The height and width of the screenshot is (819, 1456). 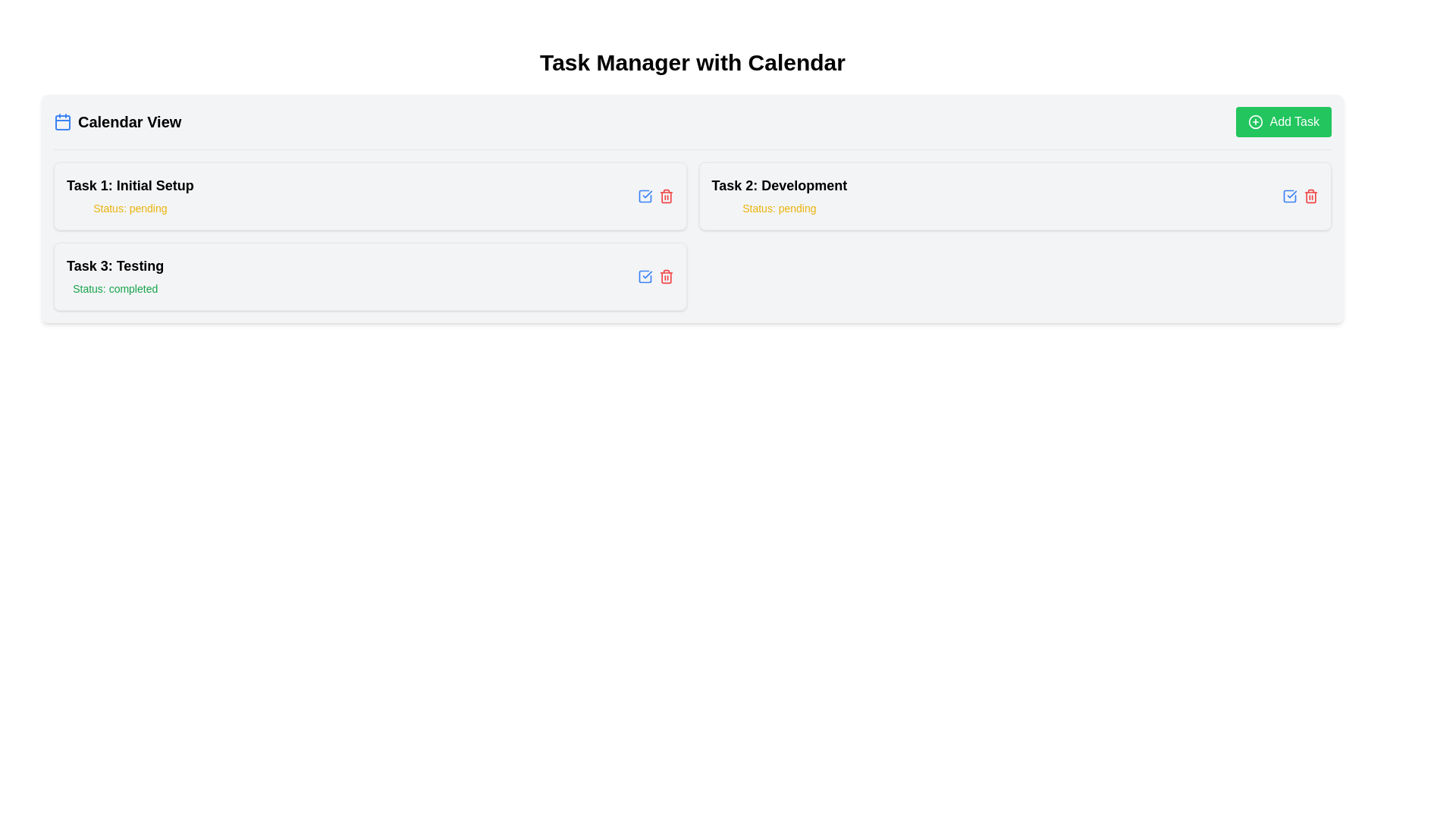 I want to click on status of the task displayed in the informational text block that describes the second task in the vertical sequence, which currently shows 'pending', so click(x=779, y=195).